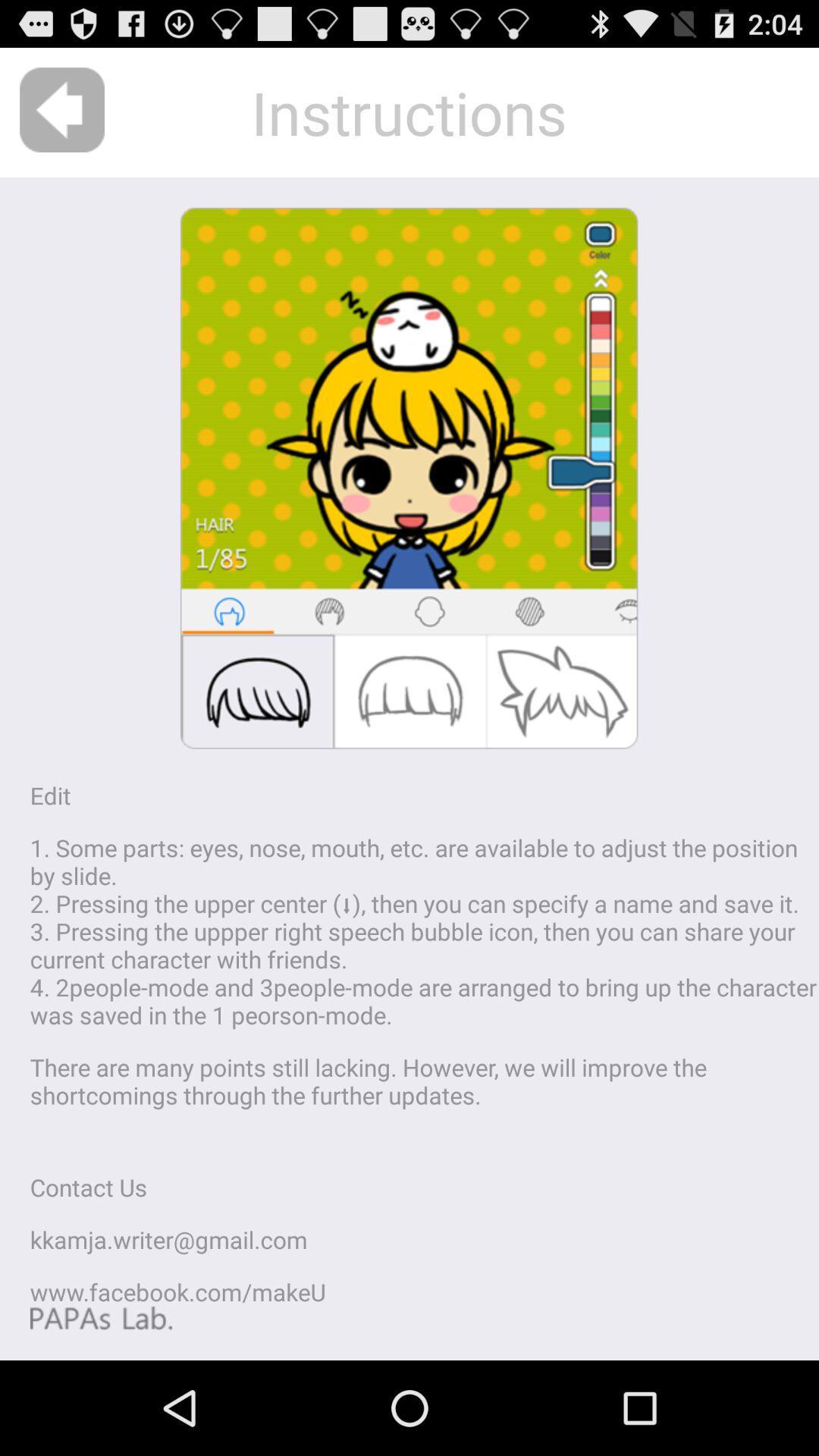 This screenshot has width=819, height=1456. I want to click on app below the contact us icon, so click(168, 1239).